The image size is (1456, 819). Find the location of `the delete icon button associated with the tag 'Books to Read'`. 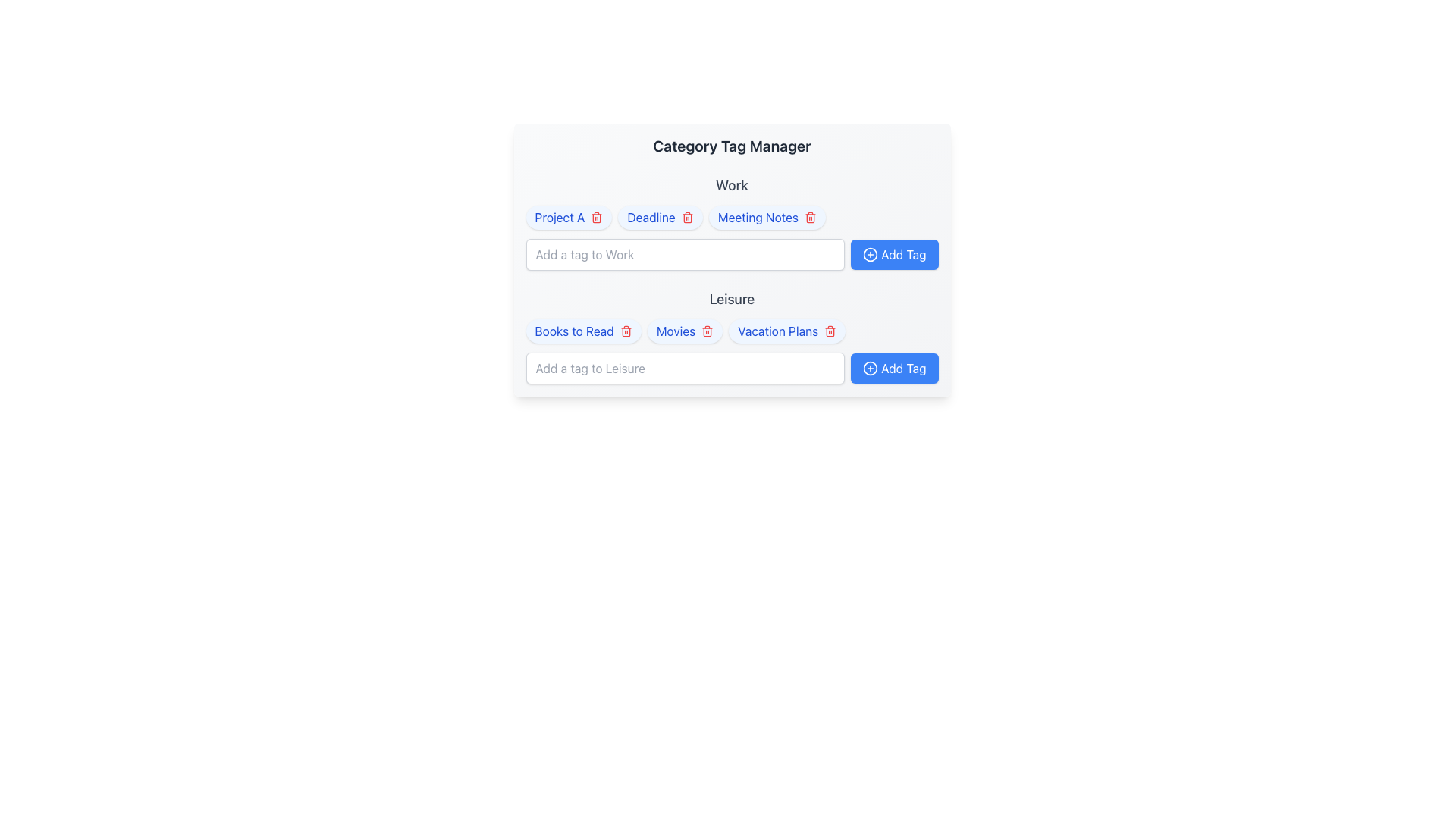

the delete icon button associated with the tag 'Books to Read' is located at coordinates (626, 330).